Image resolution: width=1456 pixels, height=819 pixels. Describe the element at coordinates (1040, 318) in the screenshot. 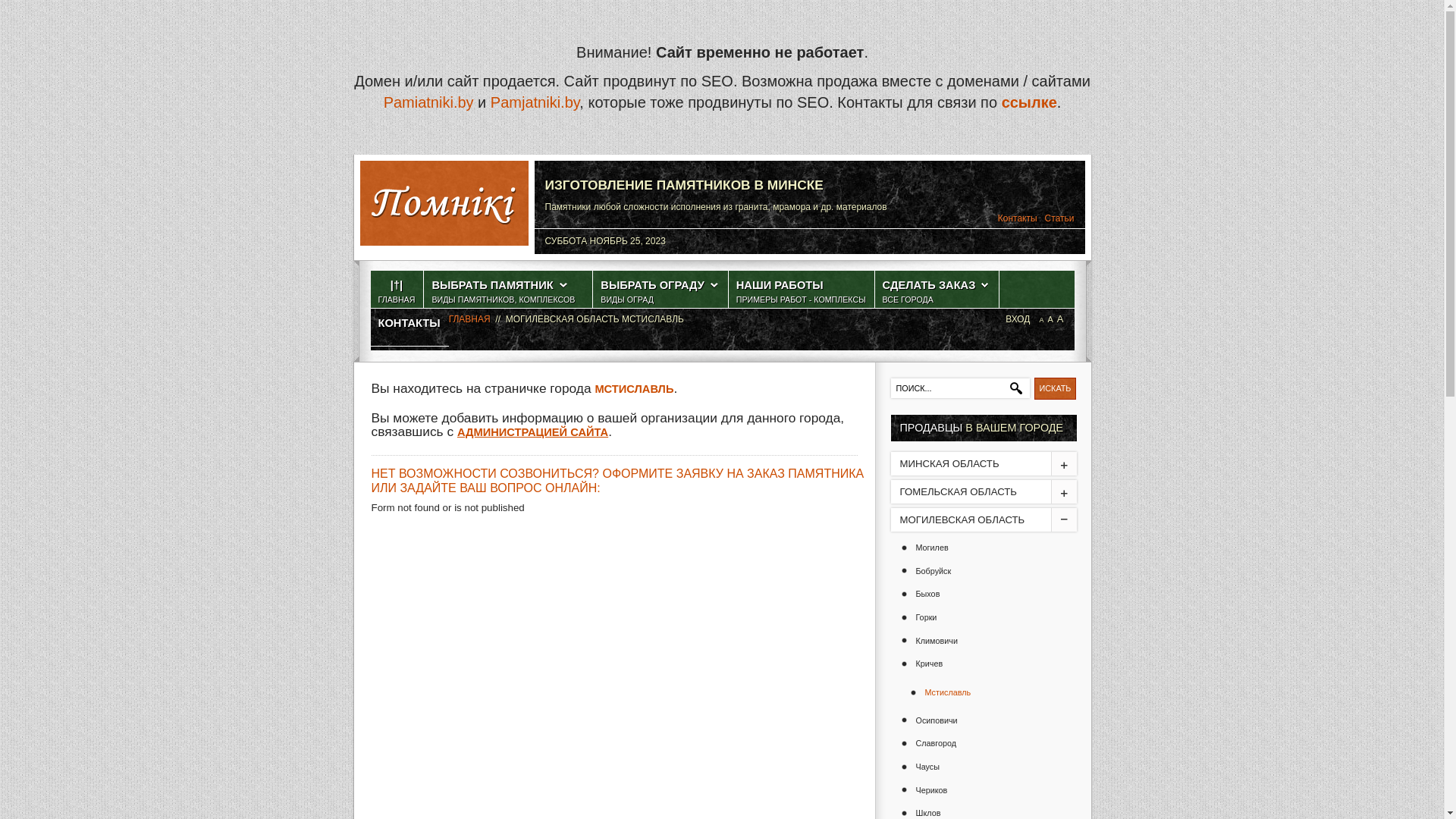

I see `'A'` at that location.